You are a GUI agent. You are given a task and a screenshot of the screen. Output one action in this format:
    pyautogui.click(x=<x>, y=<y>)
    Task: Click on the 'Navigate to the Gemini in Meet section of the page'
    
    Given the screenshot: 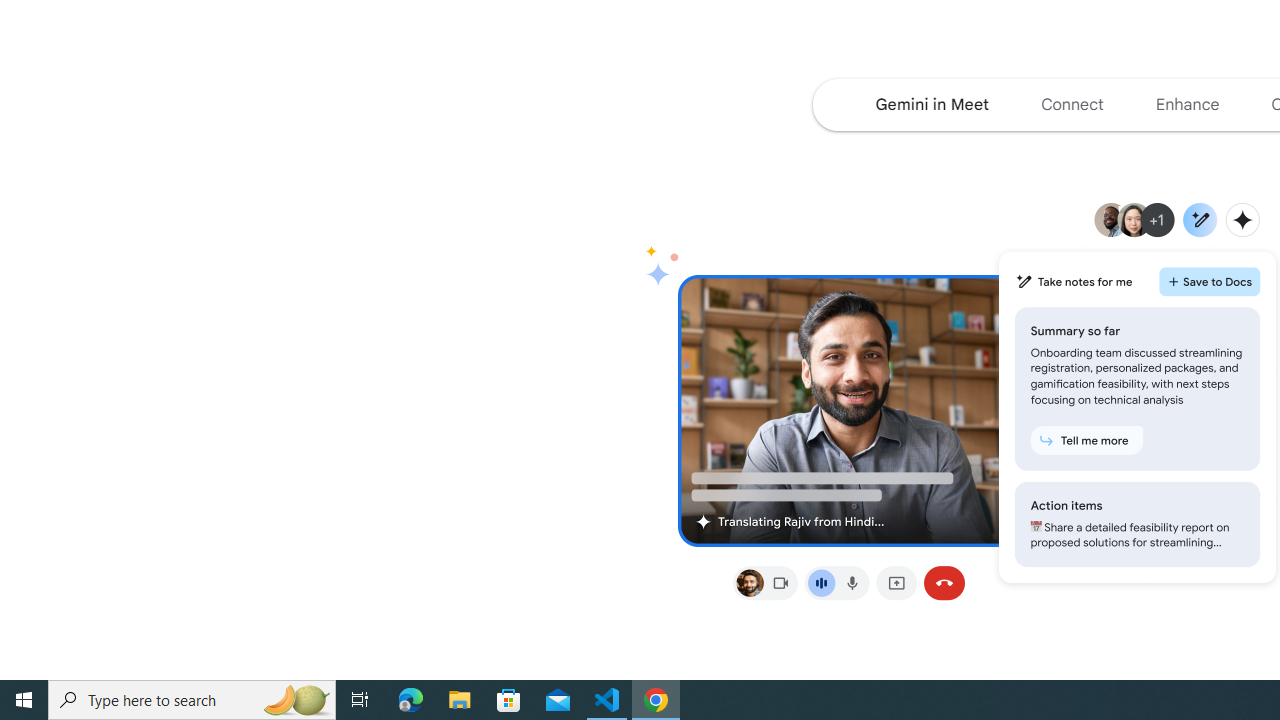 What is the action you would take?
    pyautogui.click(x=931, y=104)
    